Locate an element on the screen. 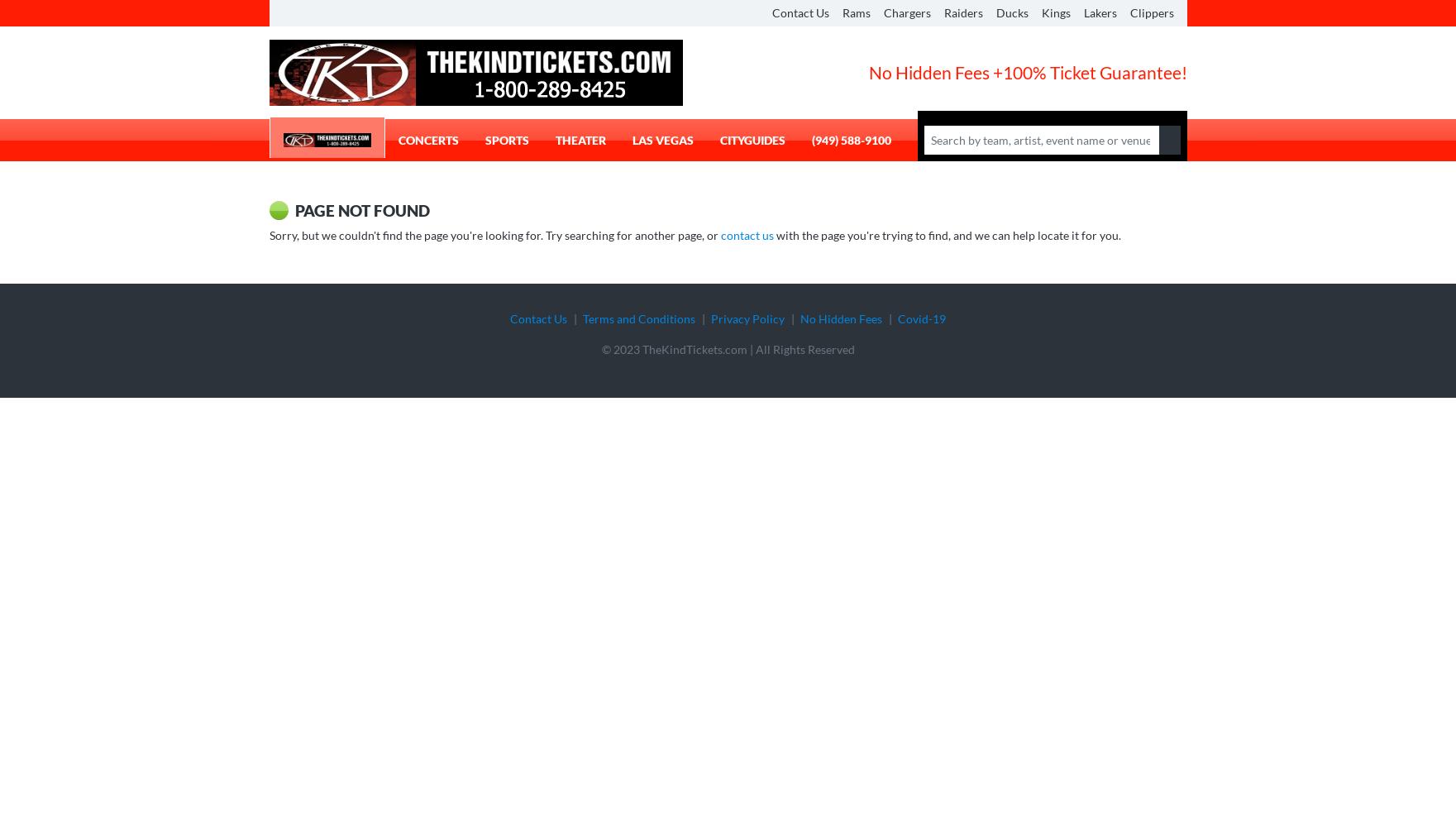 Image resolution: width=1456 pixels, height=827 pixels. 'Privacy Policy' is located at coordinates (747, 318).